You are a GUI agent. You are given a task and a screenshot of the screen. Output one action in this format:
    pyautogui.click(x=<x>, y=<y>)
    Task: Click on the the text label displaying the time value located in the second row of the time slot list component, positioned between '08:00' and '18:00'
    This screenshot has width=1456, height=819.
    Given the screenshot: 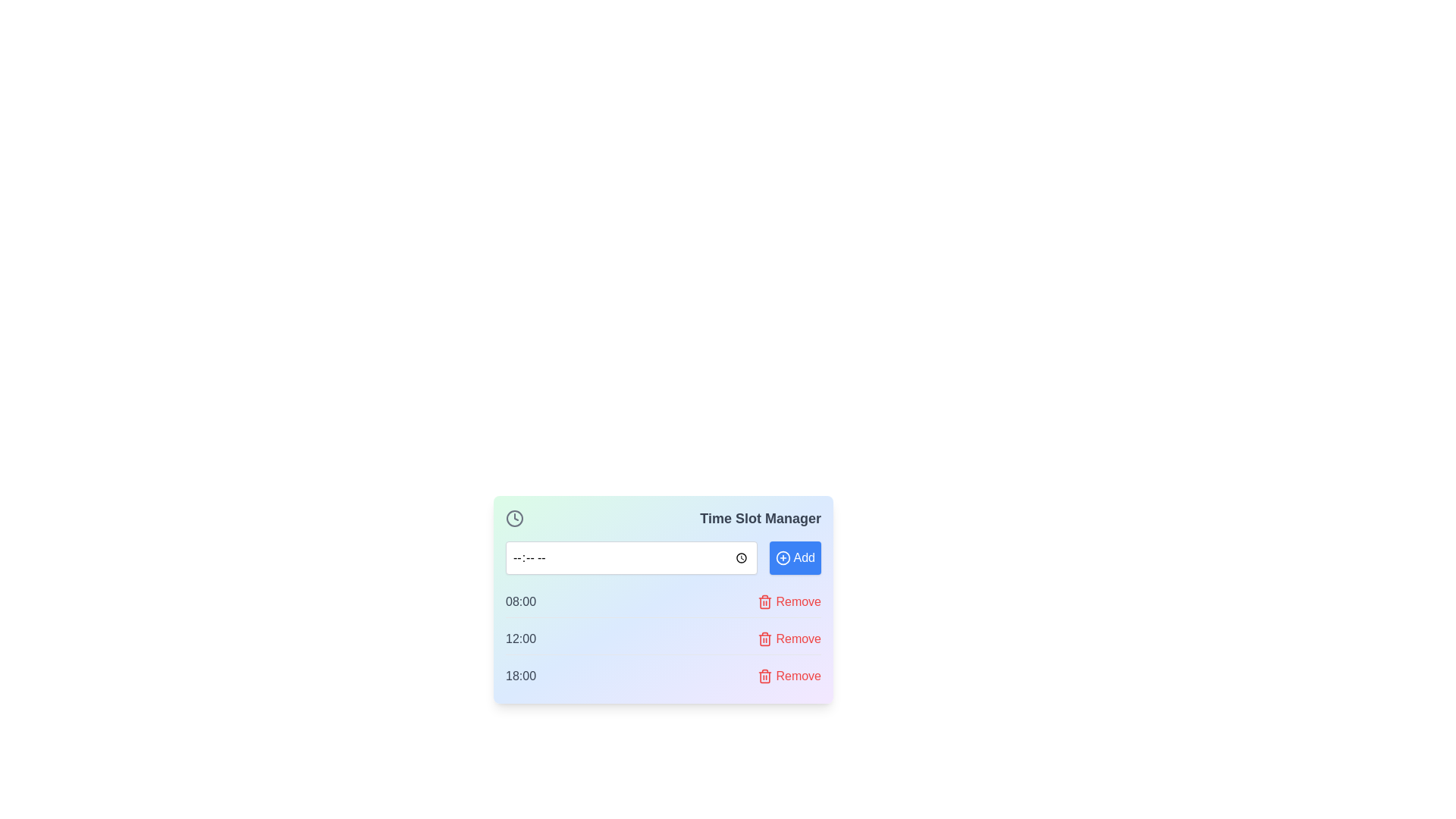 What is the action you would take?
    pyautogui.click(x=520, y=639)
    